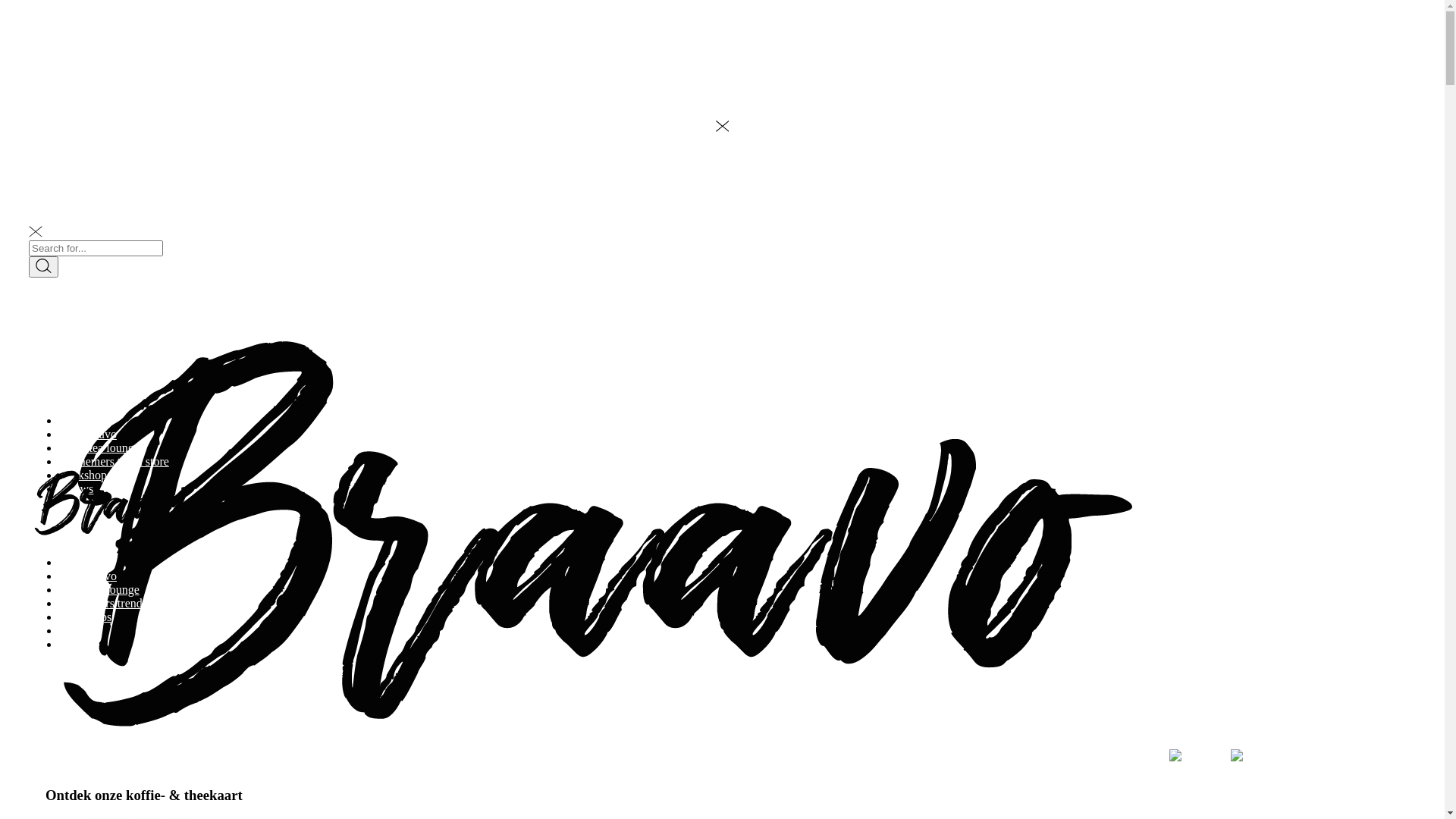 This screenshot has height=819, width=1456. Describe the element at coordinates (72, 420) in the screenshot. I see `'home'` at that location.